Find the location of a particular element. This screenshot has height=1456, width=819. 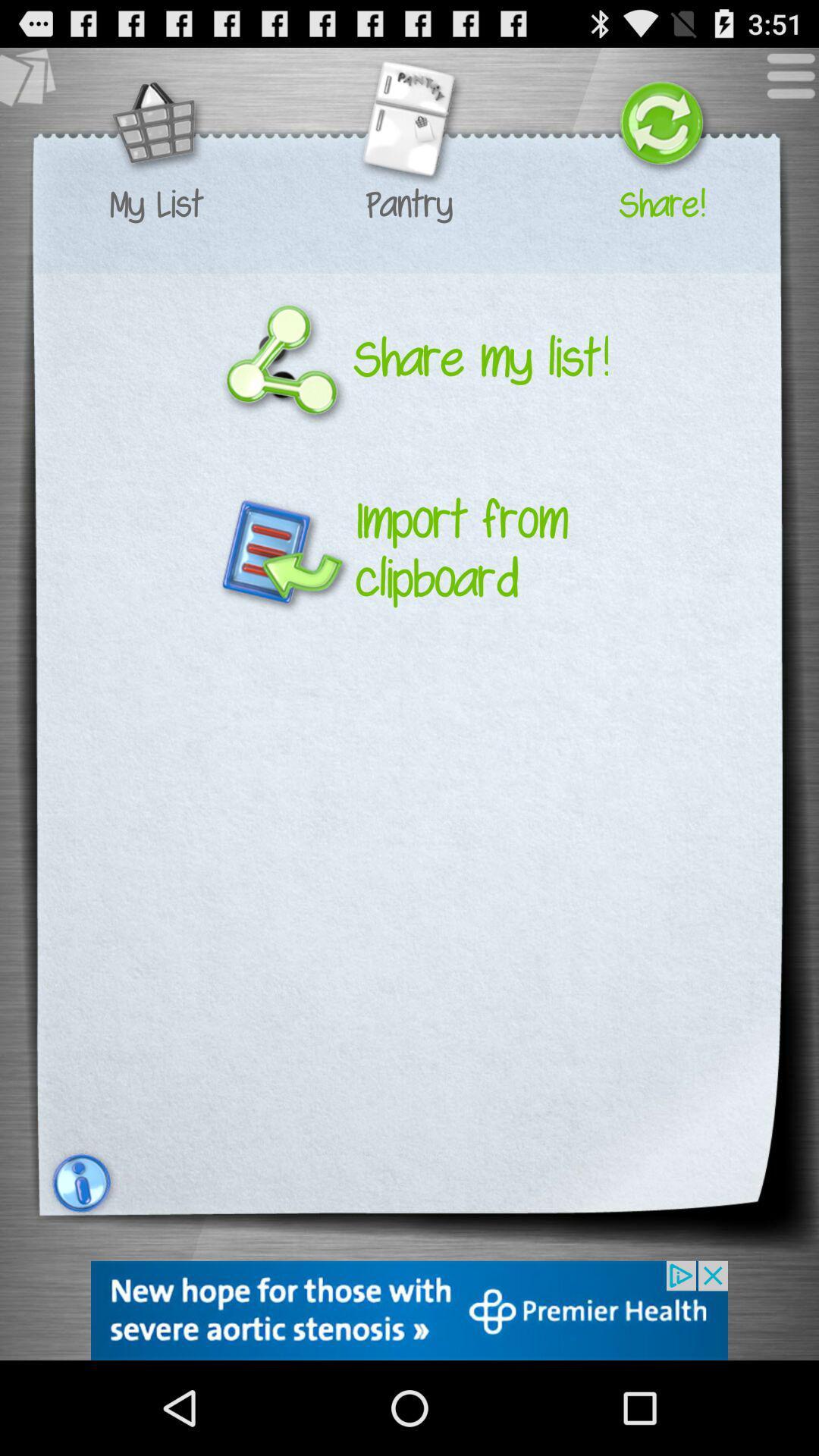

the notification is located at coordinates (79, 1182).